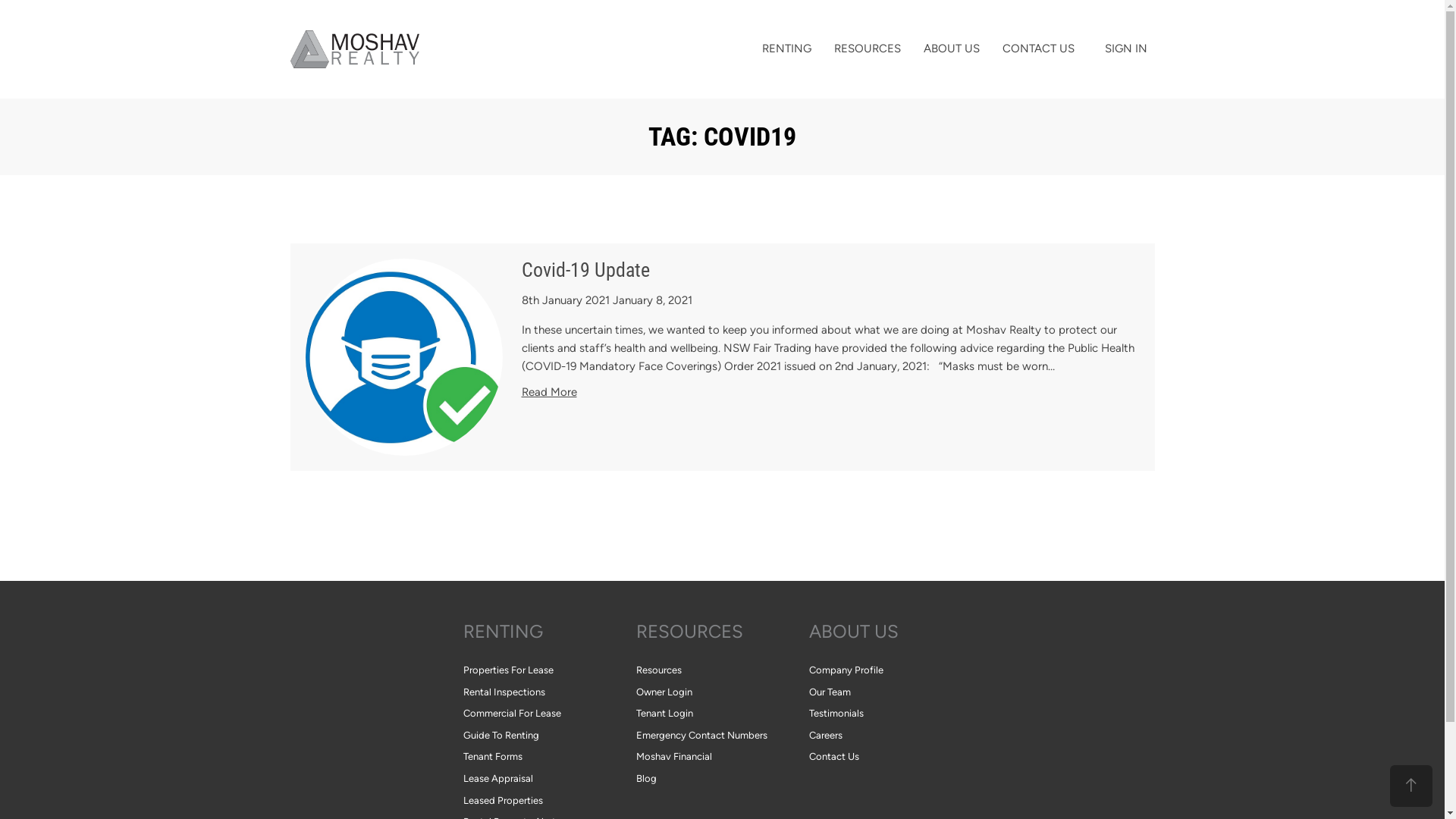 Image resolution: width=1456 pixels, height=819 pixels. Describe the element at coordinates (548, 692) in the screenshot. I see `'Rental Inspections'` at that location.